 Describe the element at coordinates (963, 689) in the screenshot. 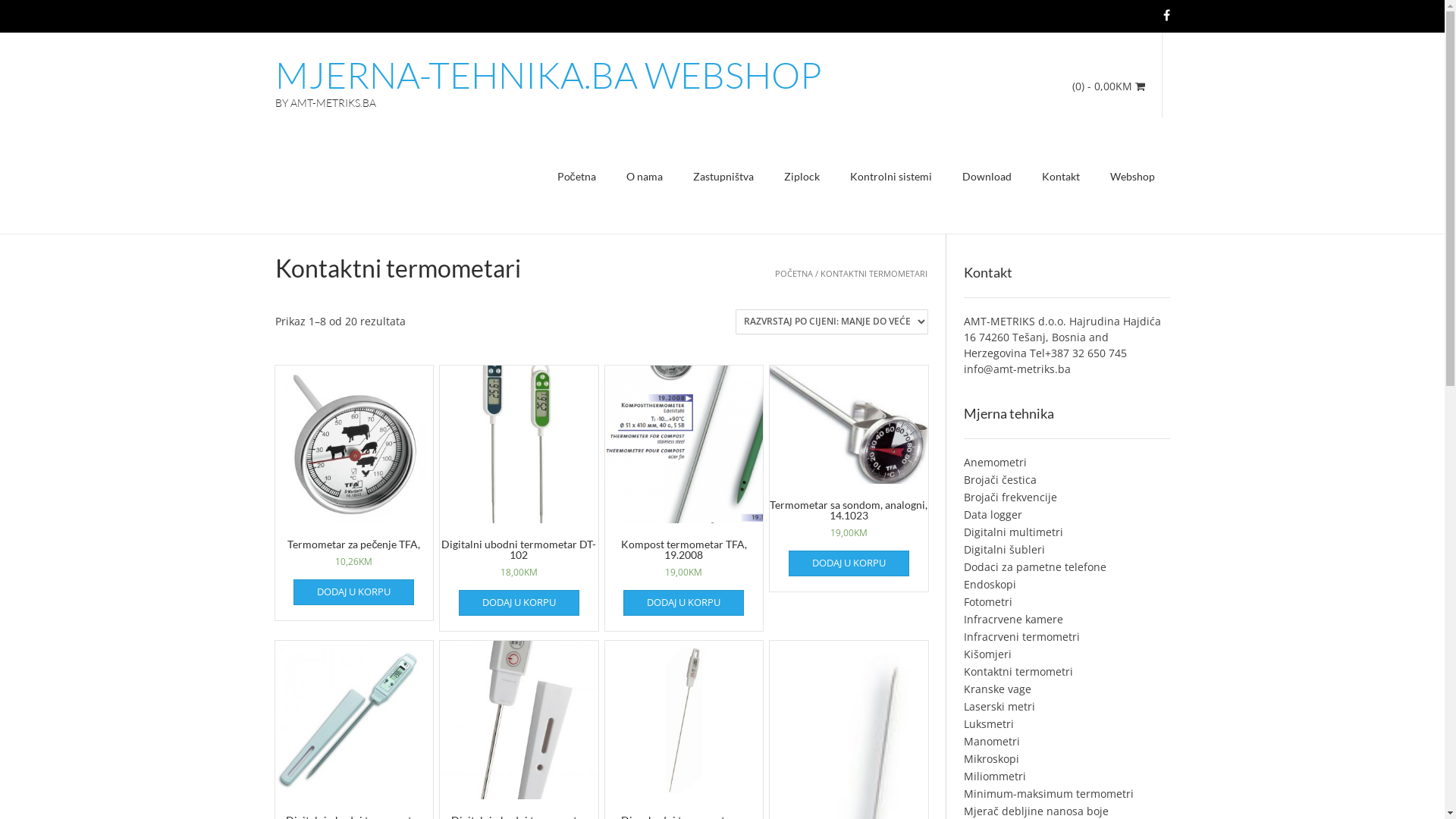

I see `'Kranske vage'` at that location.